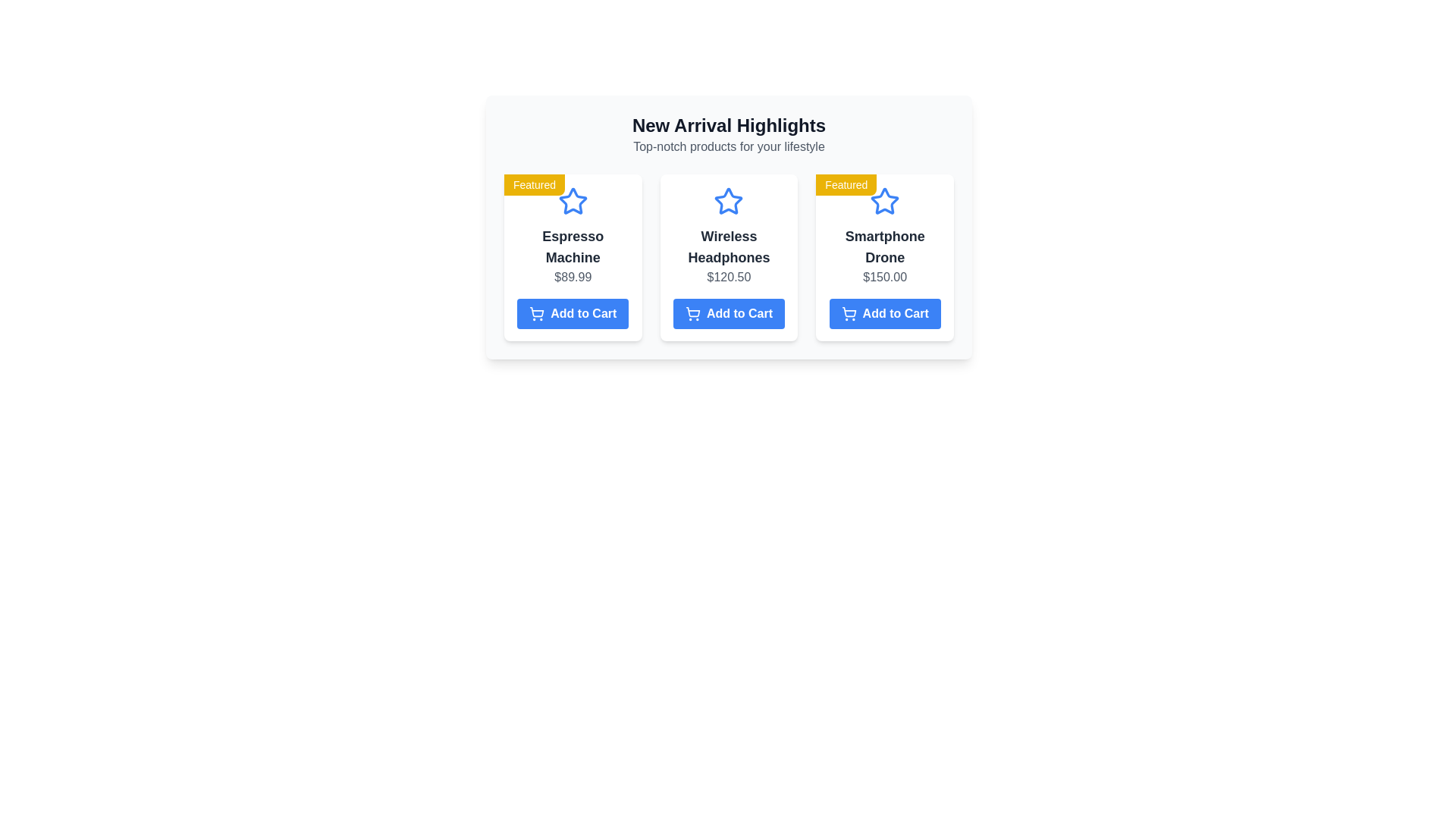 This screenshot has width=1456, height=819. I want to click on the static text element that provides a descriptive subtitle for the 'New Arrival Highlights' section, located directly below the heading, so click(729, 146).